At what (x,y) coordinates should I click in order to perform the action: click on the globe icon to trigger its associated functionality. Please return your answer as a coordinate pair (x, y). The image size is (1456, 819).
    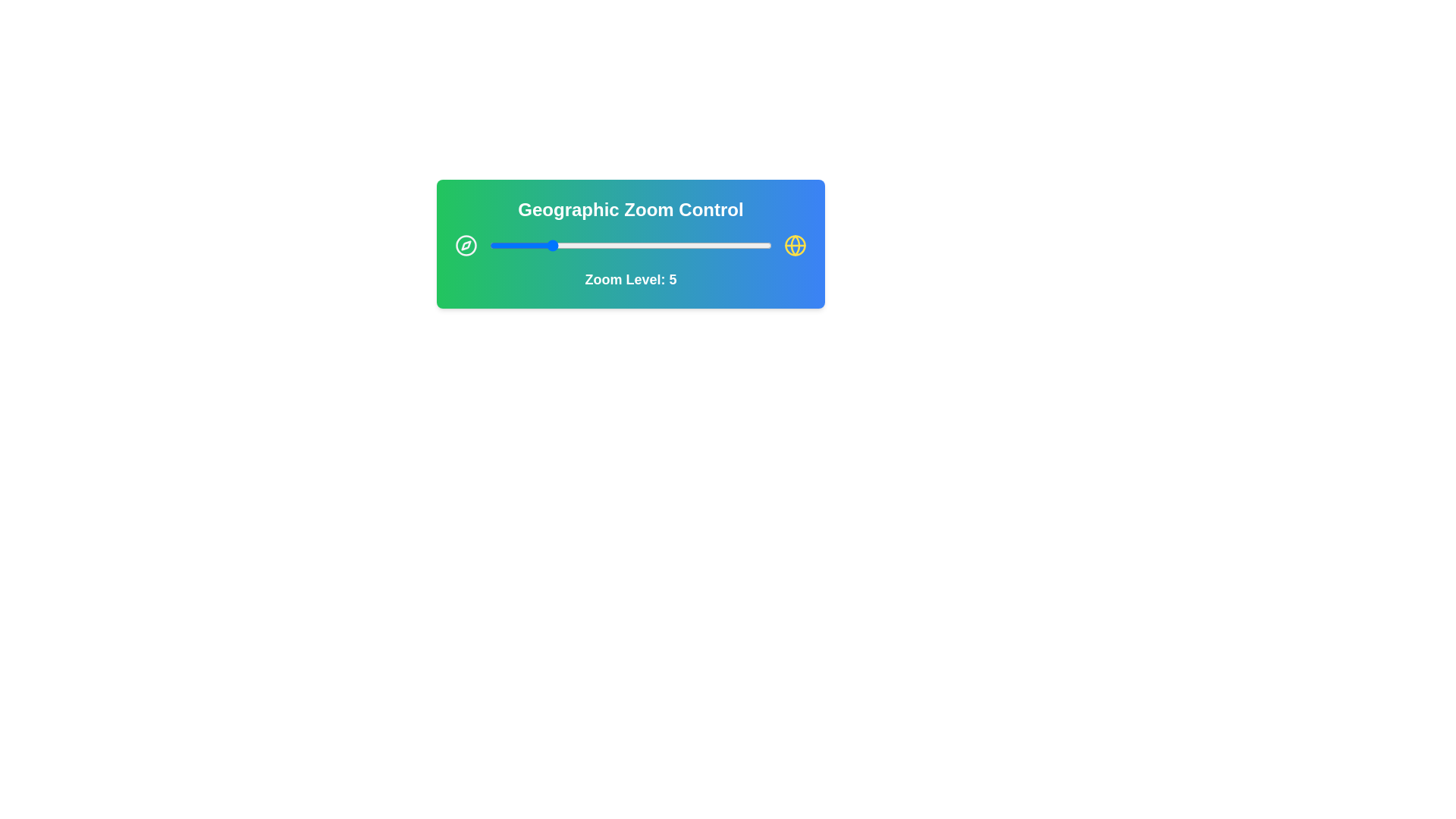
    Looking at the image, I should click on (795, 245).